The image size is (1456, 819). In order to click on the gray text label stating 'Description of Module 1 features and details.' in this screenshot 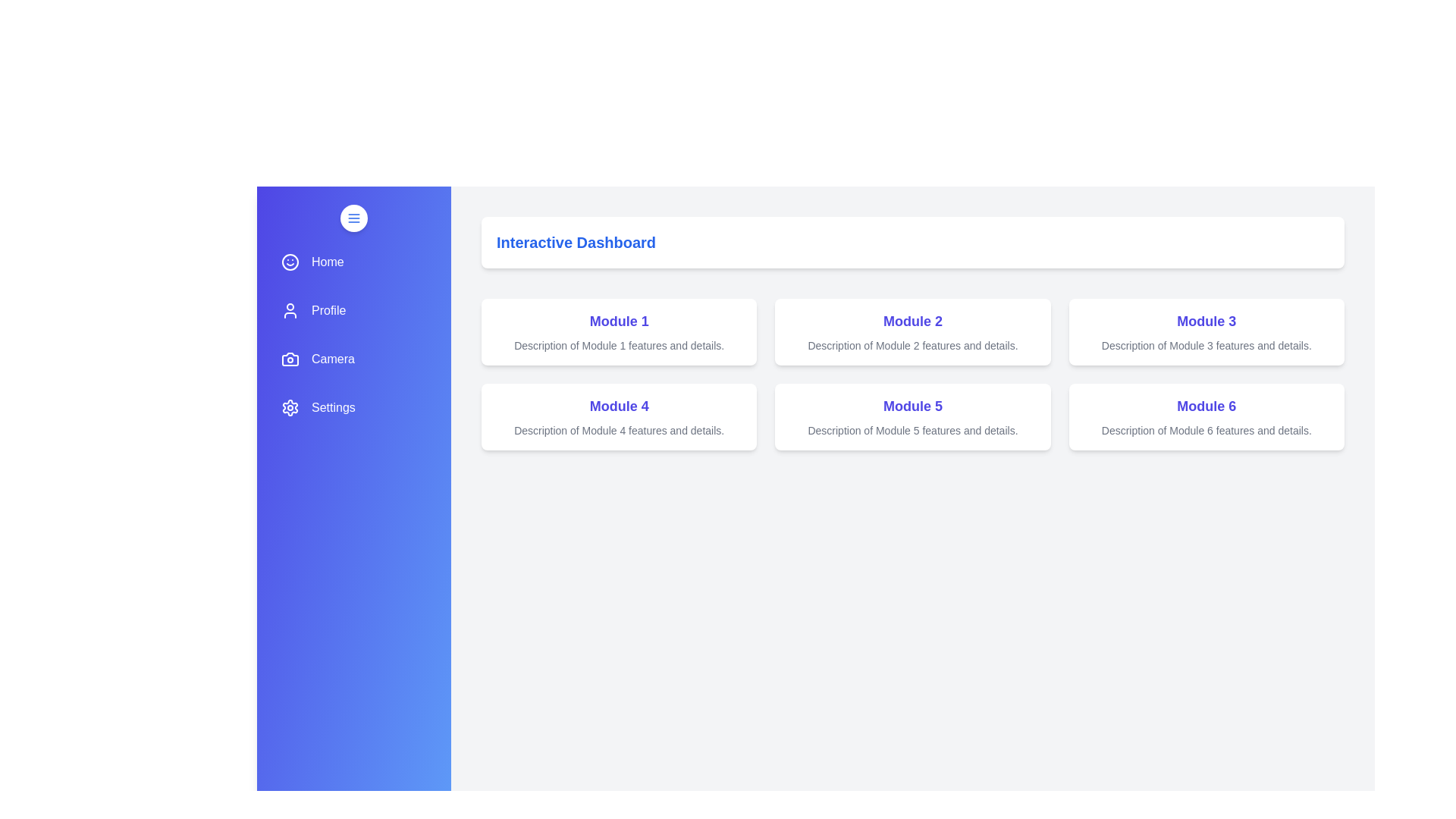, I will do `click(619, 345)`.